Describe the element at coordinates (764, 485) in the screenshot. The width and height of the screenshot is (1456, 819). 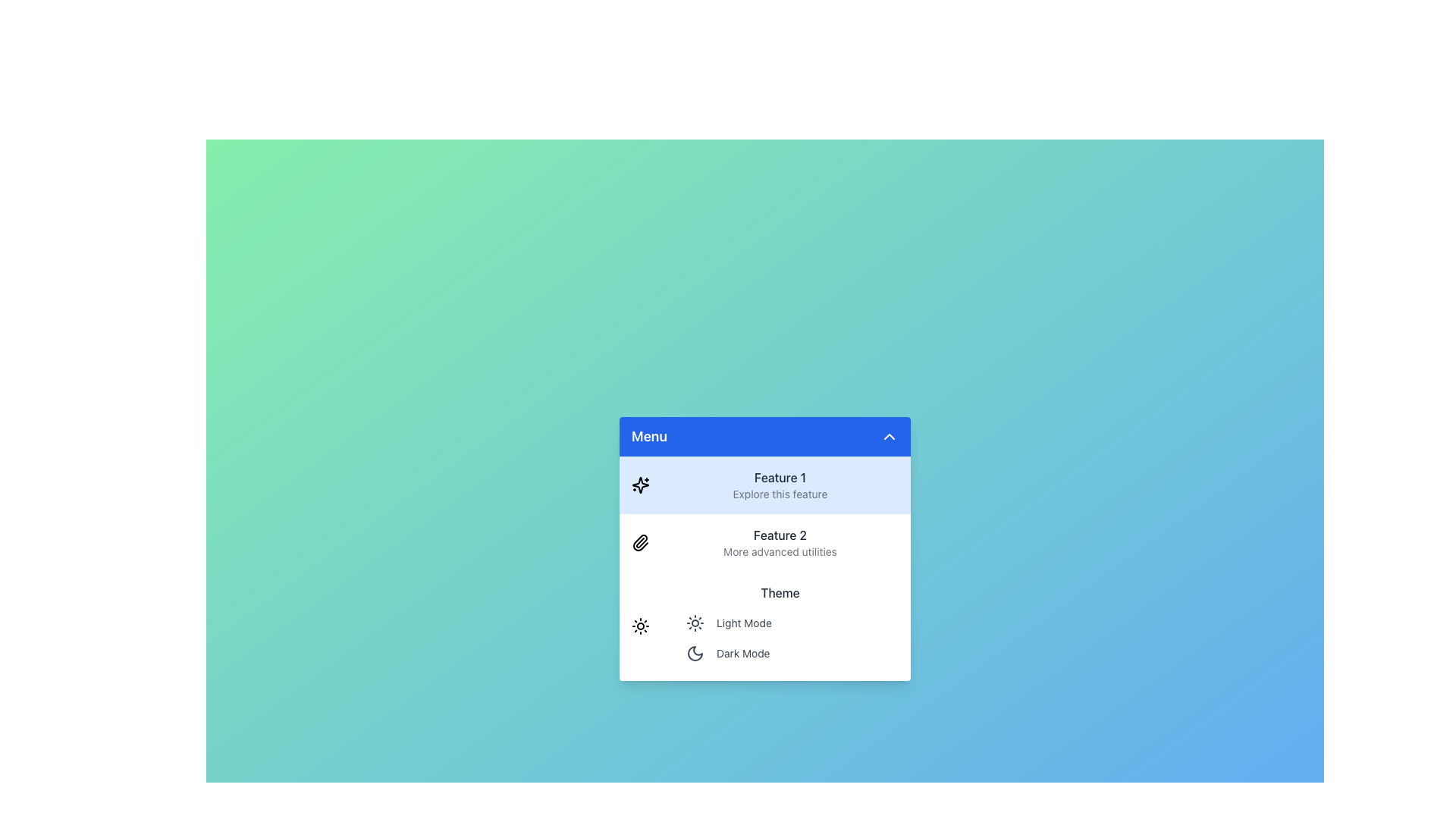
I see `the first menu item with a light blue background that contains a star plus icon and the text 'Feature 1'` at that location.